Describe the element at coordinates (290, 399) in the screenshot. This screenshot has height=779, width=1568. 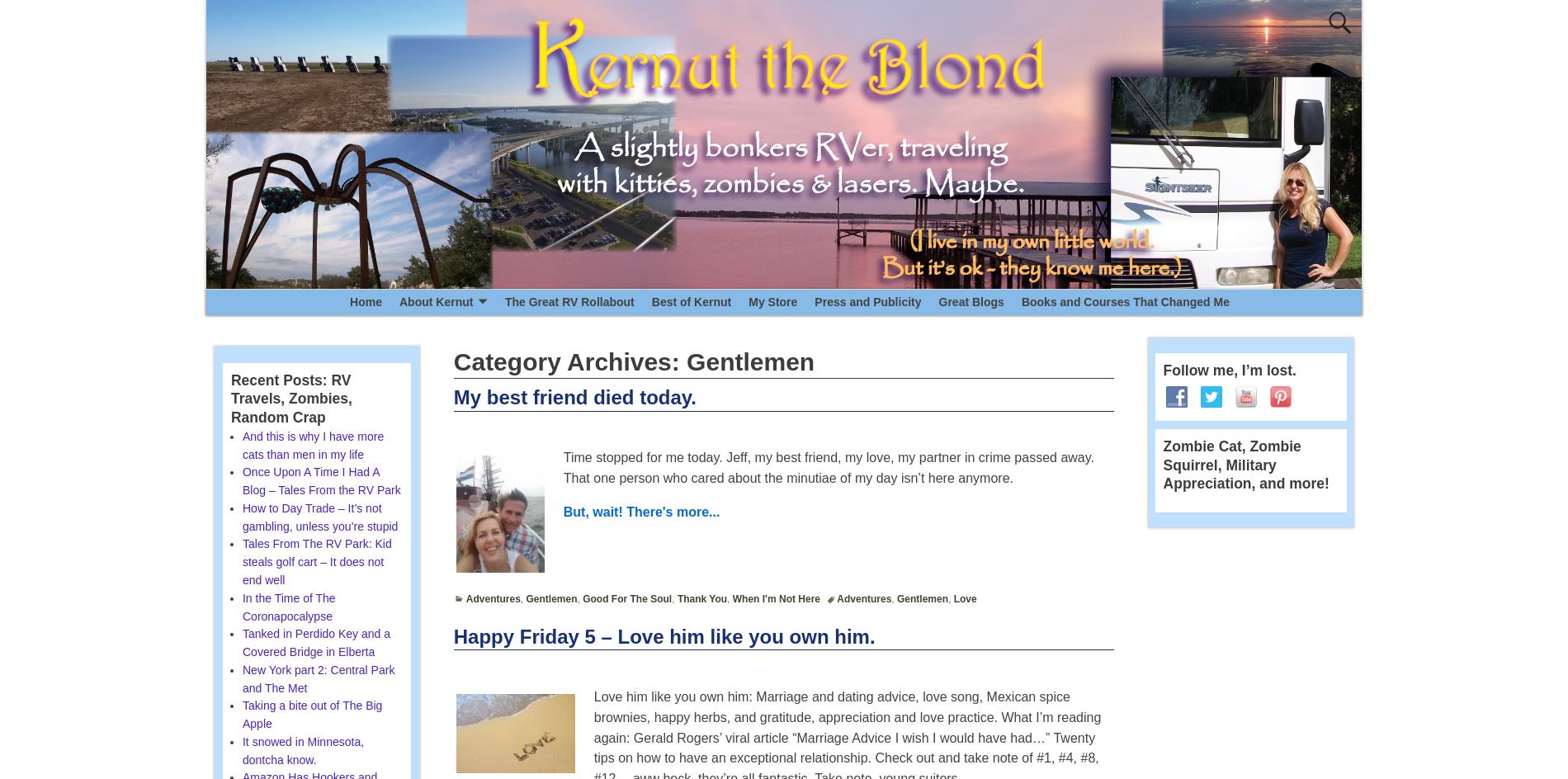
I see `'Recent Posts: RV Travels, Zombies, Random Crap'` at that location.